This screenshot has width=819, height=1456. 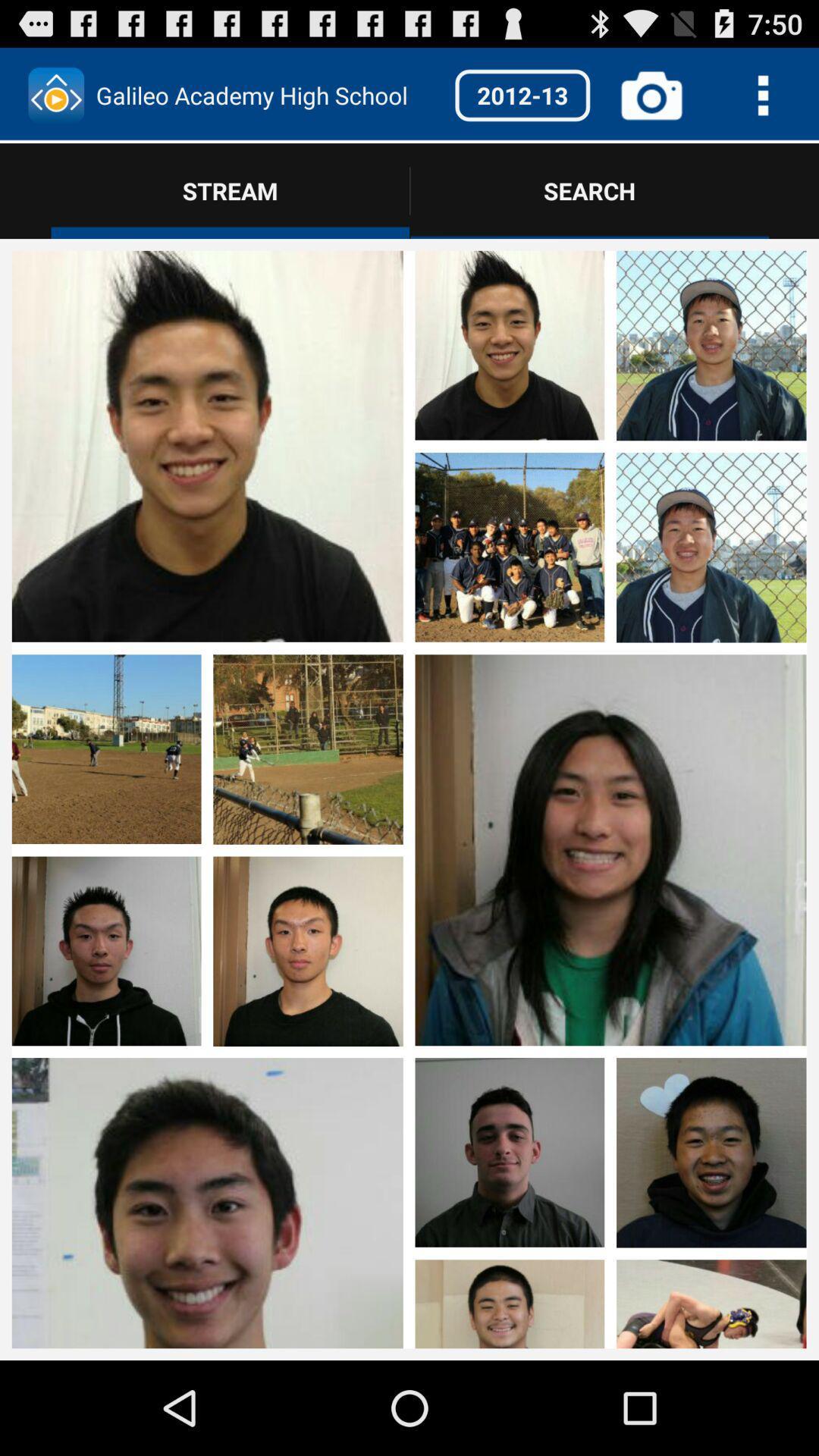 I want to click on photos page, so click(x=105, y=1145).